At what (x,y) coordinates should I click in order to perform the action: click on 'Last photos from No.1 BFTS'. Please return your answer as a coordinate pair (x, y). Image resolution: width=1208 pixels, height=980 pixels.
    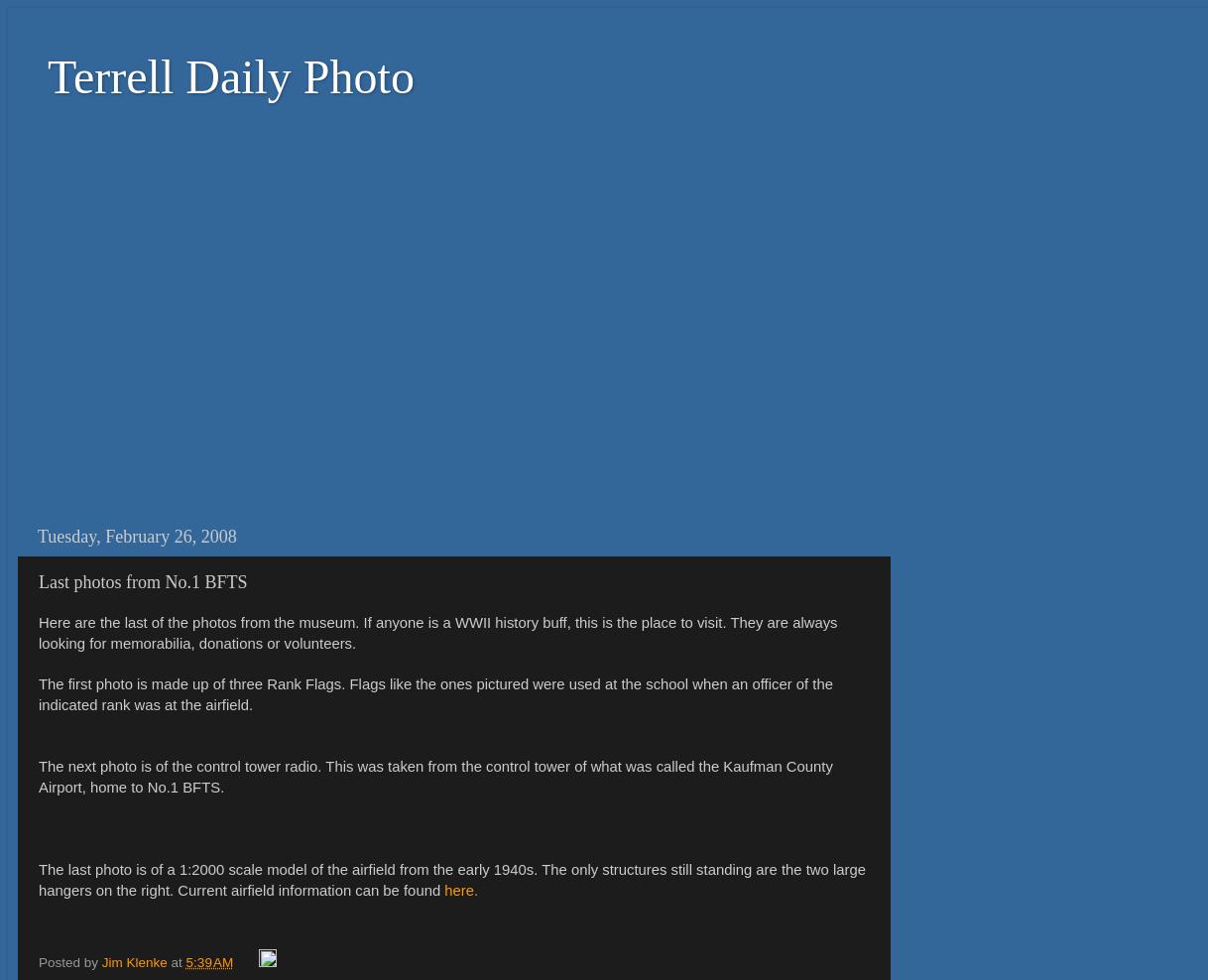
    Looking at the image, I should click on (141, 580).